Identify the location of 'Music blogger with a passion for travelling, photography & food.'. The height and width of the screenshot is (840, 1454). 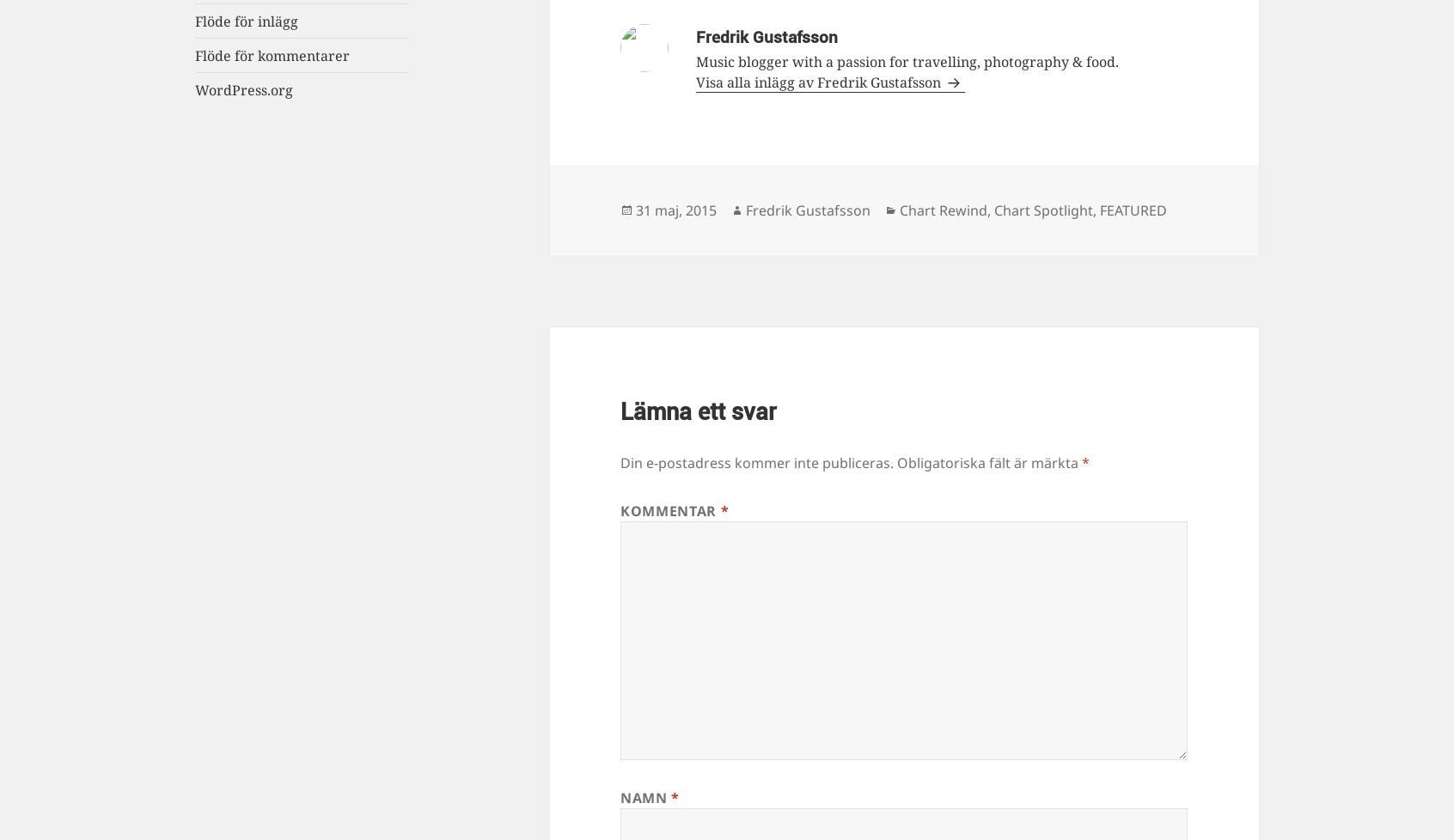
(906, 61).